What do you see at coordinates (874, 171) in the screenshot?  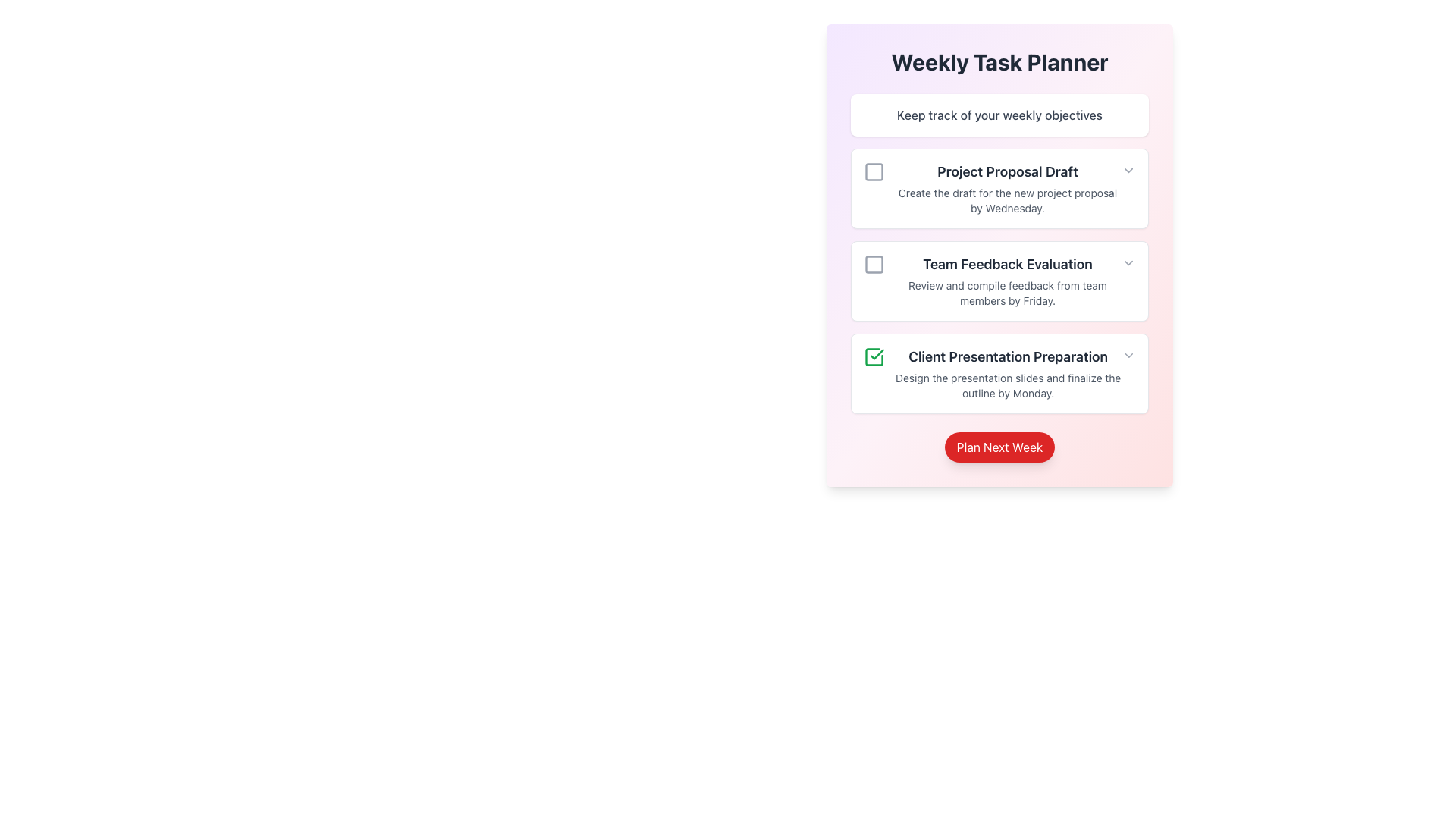 I see `the square checkbox or indicator located in the leftmost area of the 'Project Proposal Draft' task` at bounding box center [874, 171].